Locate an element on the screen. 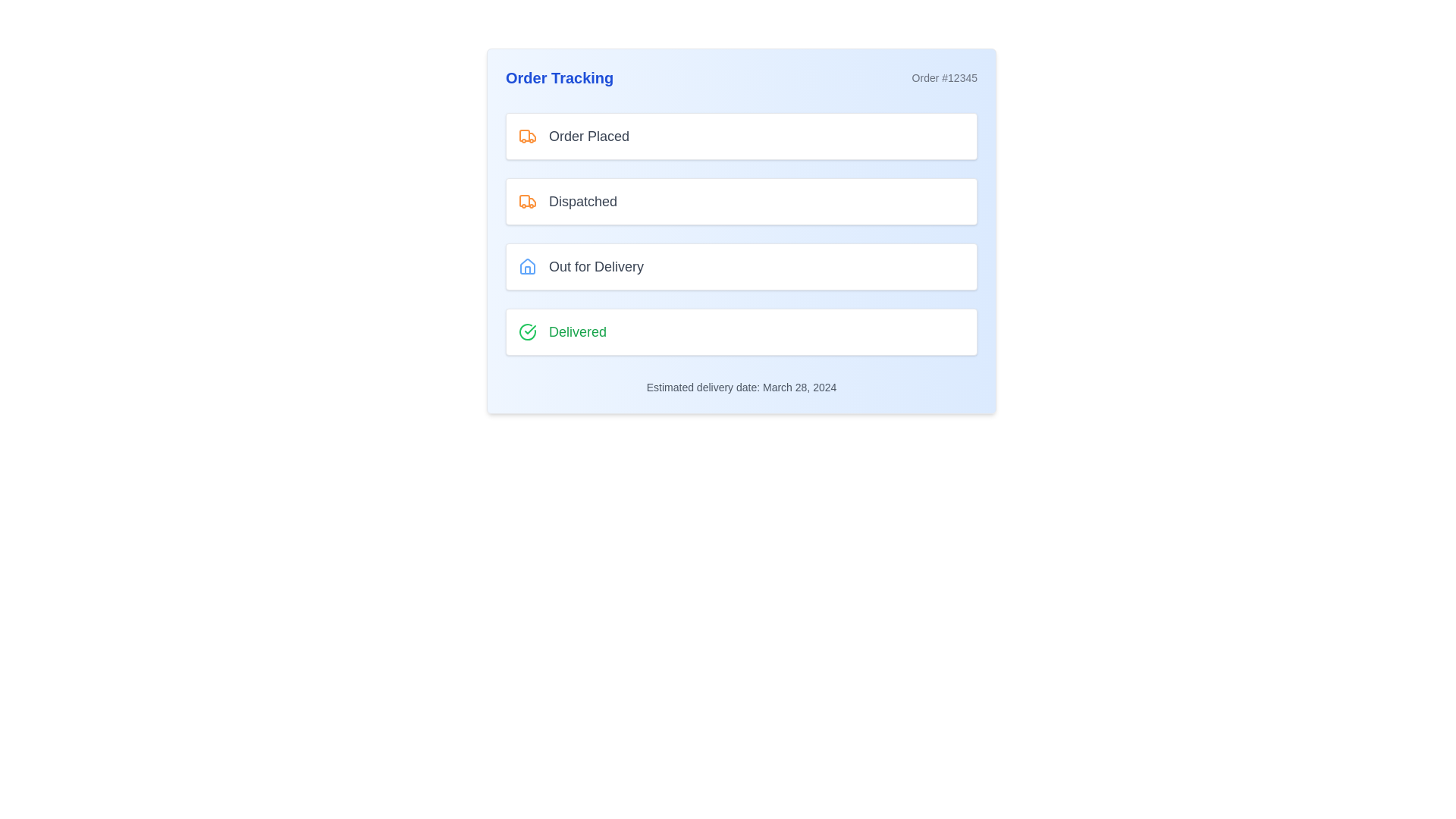  the 'Order Placed' text label, which is styled in gray and located to the right of an orange truck icon within the first item of the order tracking list is located at coordinates (588, 136).